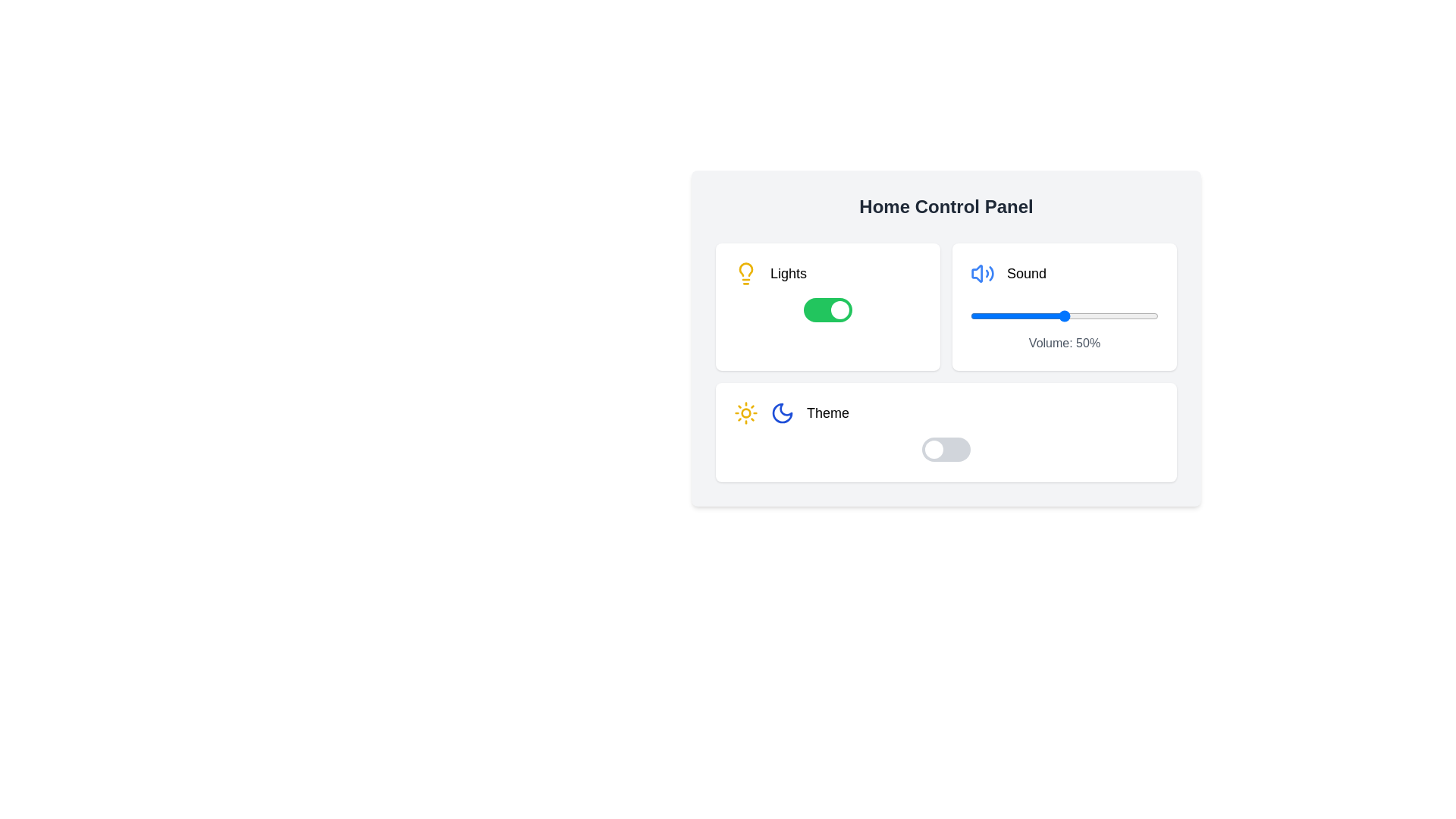 The image size is (1456, 819). I want to click on the volume, so click(1065, 315).